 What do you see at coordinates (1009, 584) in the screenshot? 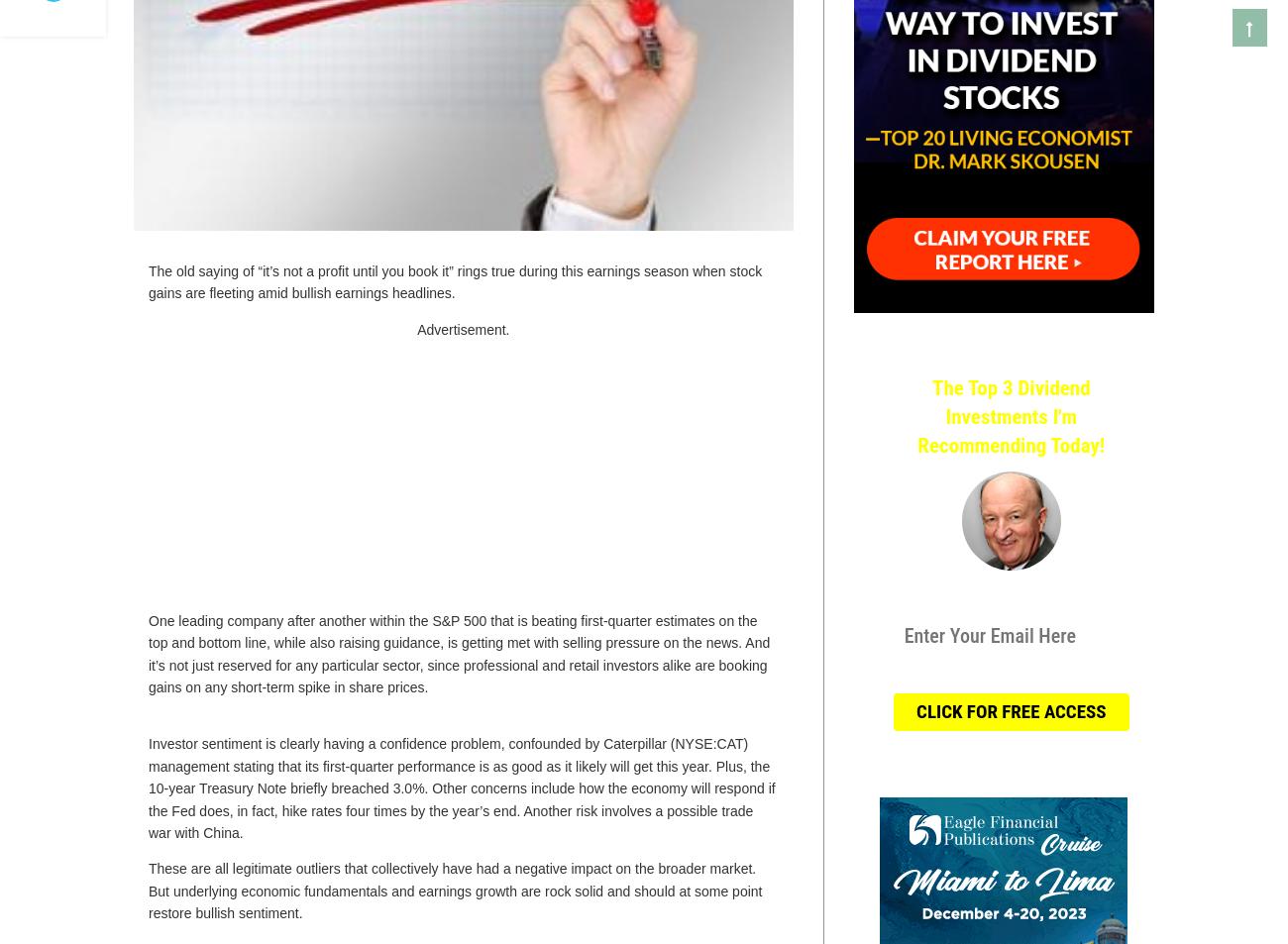
I see `'"Top 20 Living Economist"'` at bounding box center [1009, 584].